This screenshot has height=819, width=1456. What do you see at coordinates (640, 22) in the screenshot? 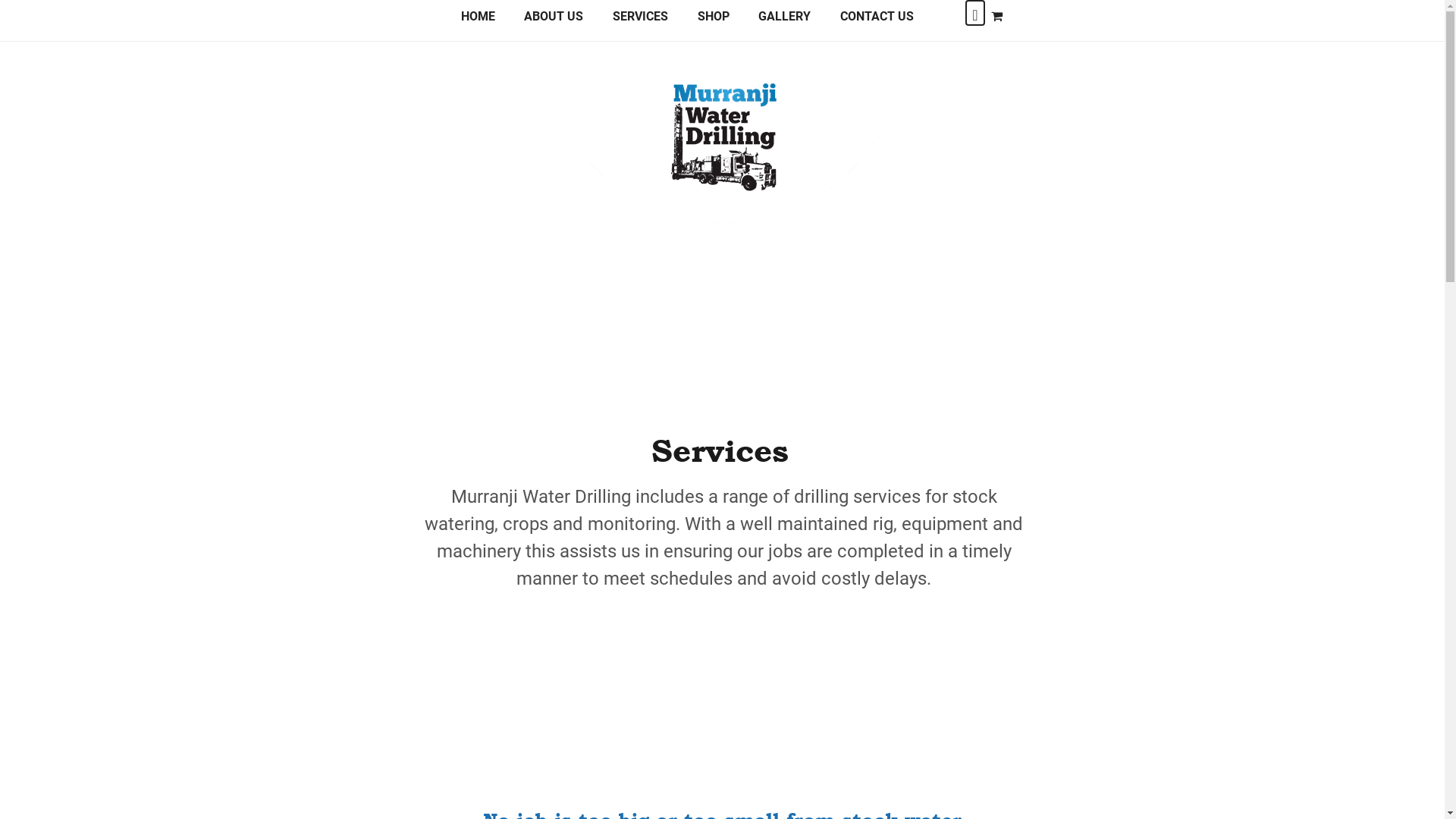
I see `'SERVICES'` at bounding box center [640, 22].